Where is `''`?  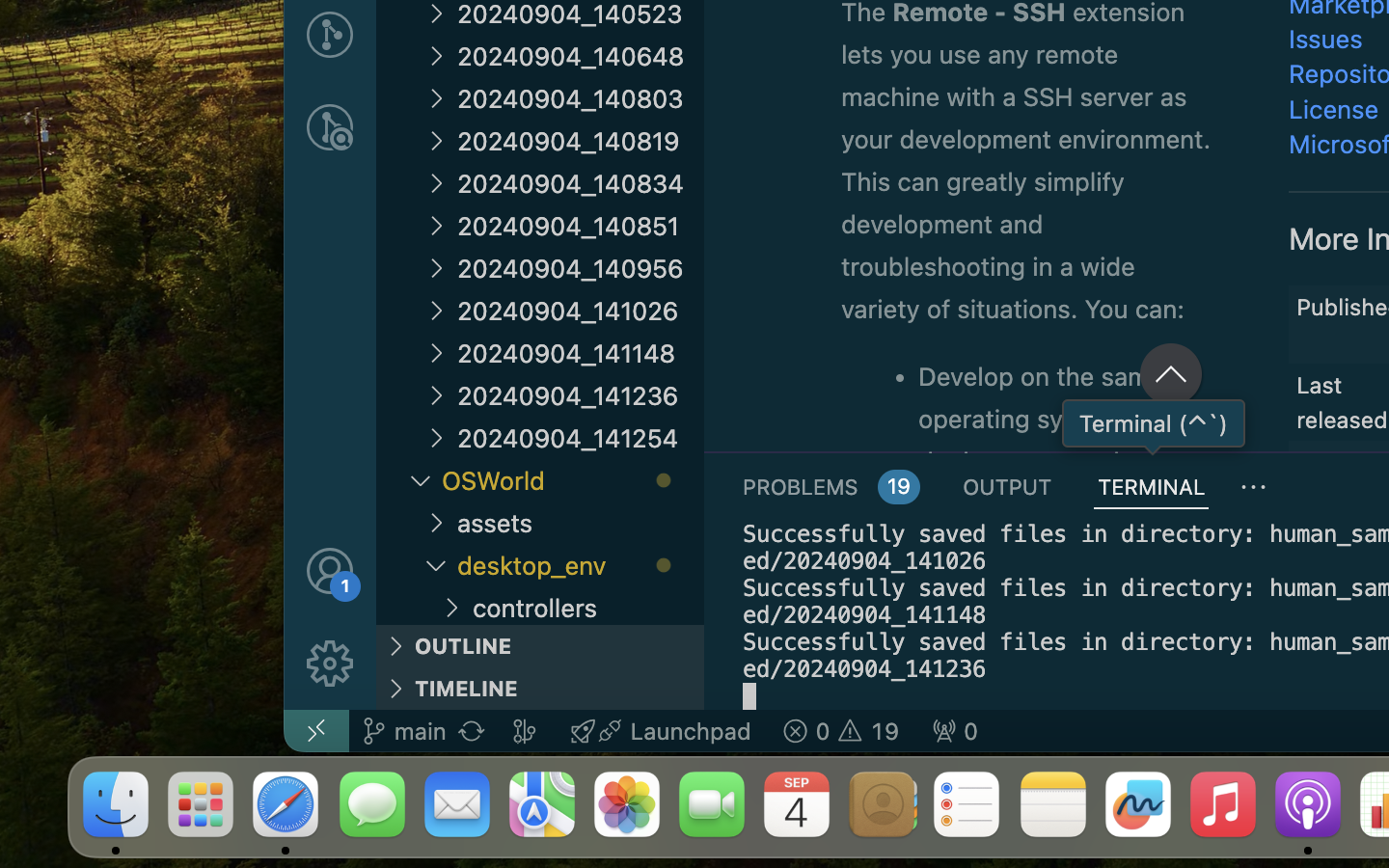
'' is located at coordinates (1254, 486).